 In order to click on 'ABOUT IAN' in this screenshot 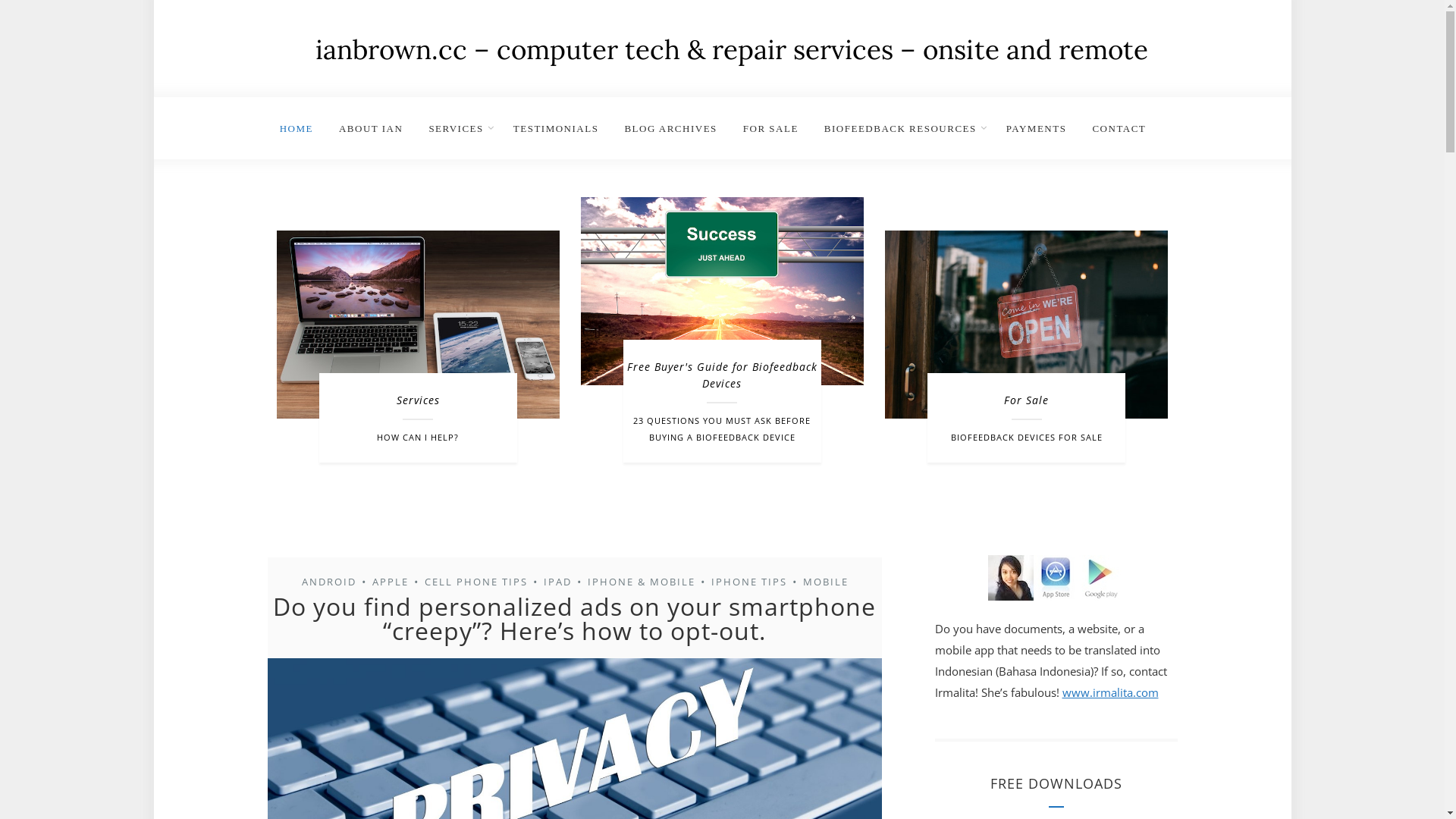, I will do `click(371, 124)`.